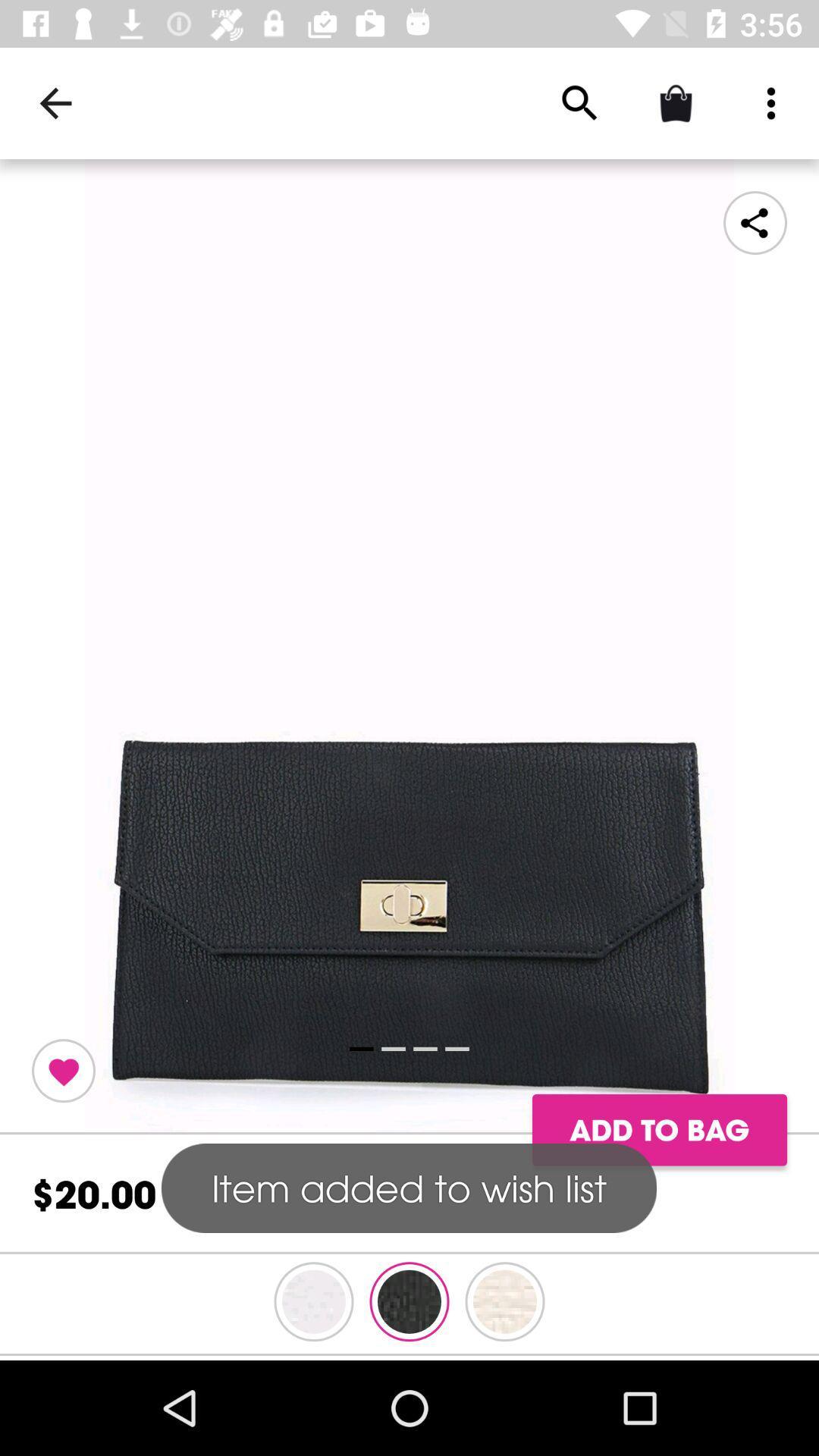 This screenshot has height=1456, width=819. I want to click on the share icon, so click(755, 221).